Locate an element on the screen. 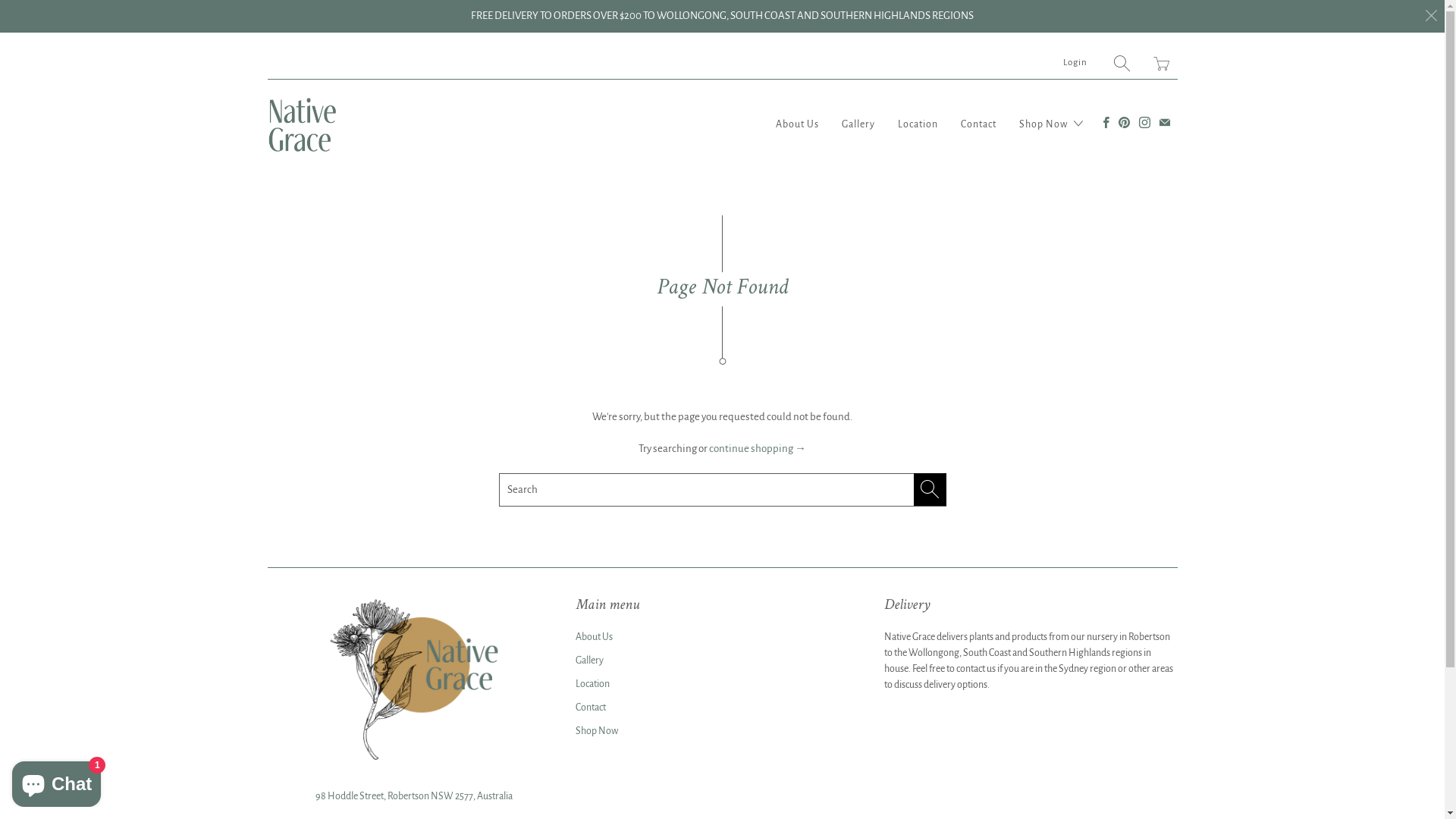 This screenshot has height=819, width=1456. 'Native Grace on Facebook' is located at coordinates (1106, 121).